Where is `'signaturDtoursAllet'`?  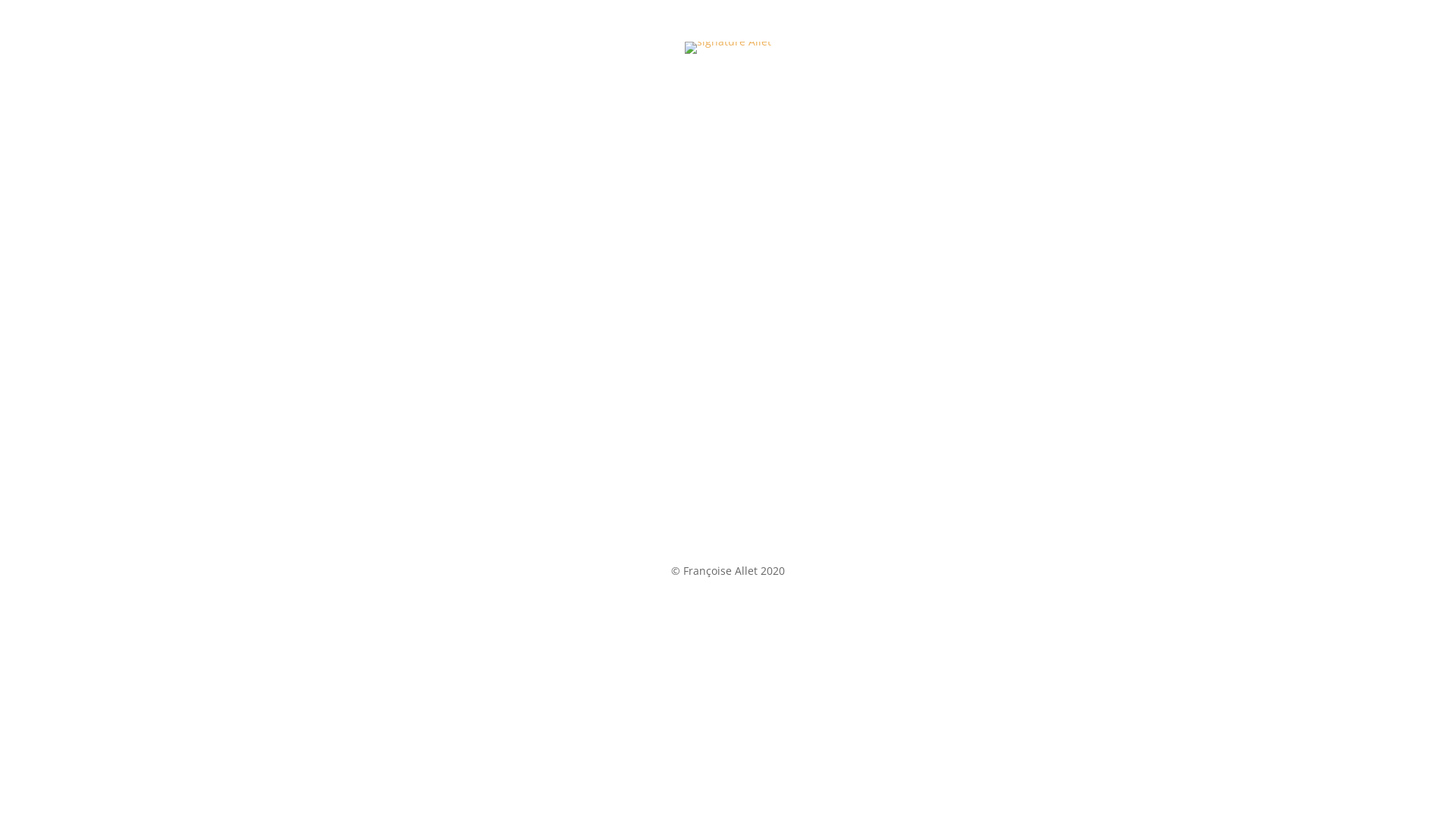 'signaturDtoursAllet' is located at coordinates (728, 46).